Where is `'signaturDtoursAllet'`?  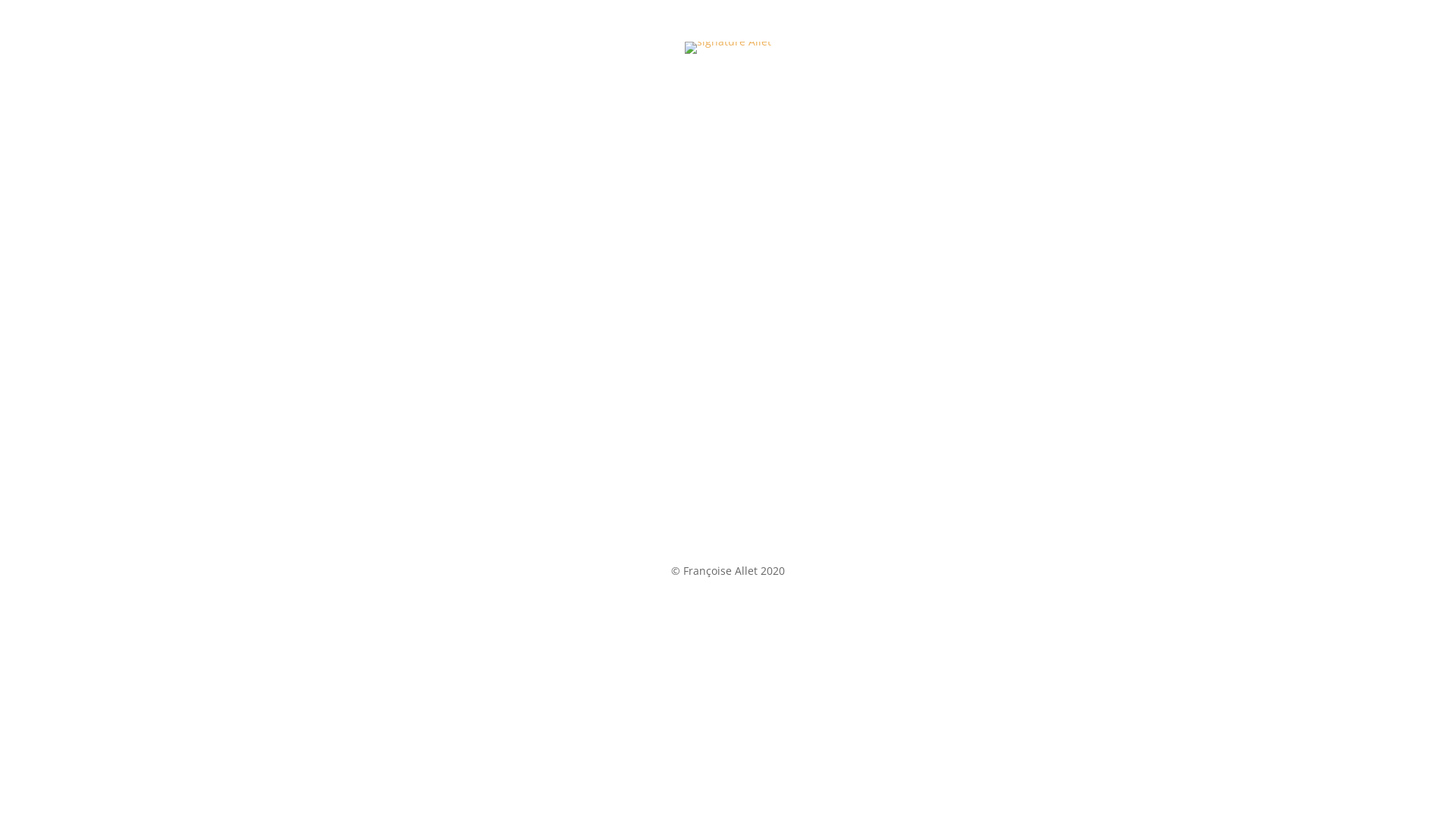 'signaturDtoursAllet' is located at coordinates (728, 46).